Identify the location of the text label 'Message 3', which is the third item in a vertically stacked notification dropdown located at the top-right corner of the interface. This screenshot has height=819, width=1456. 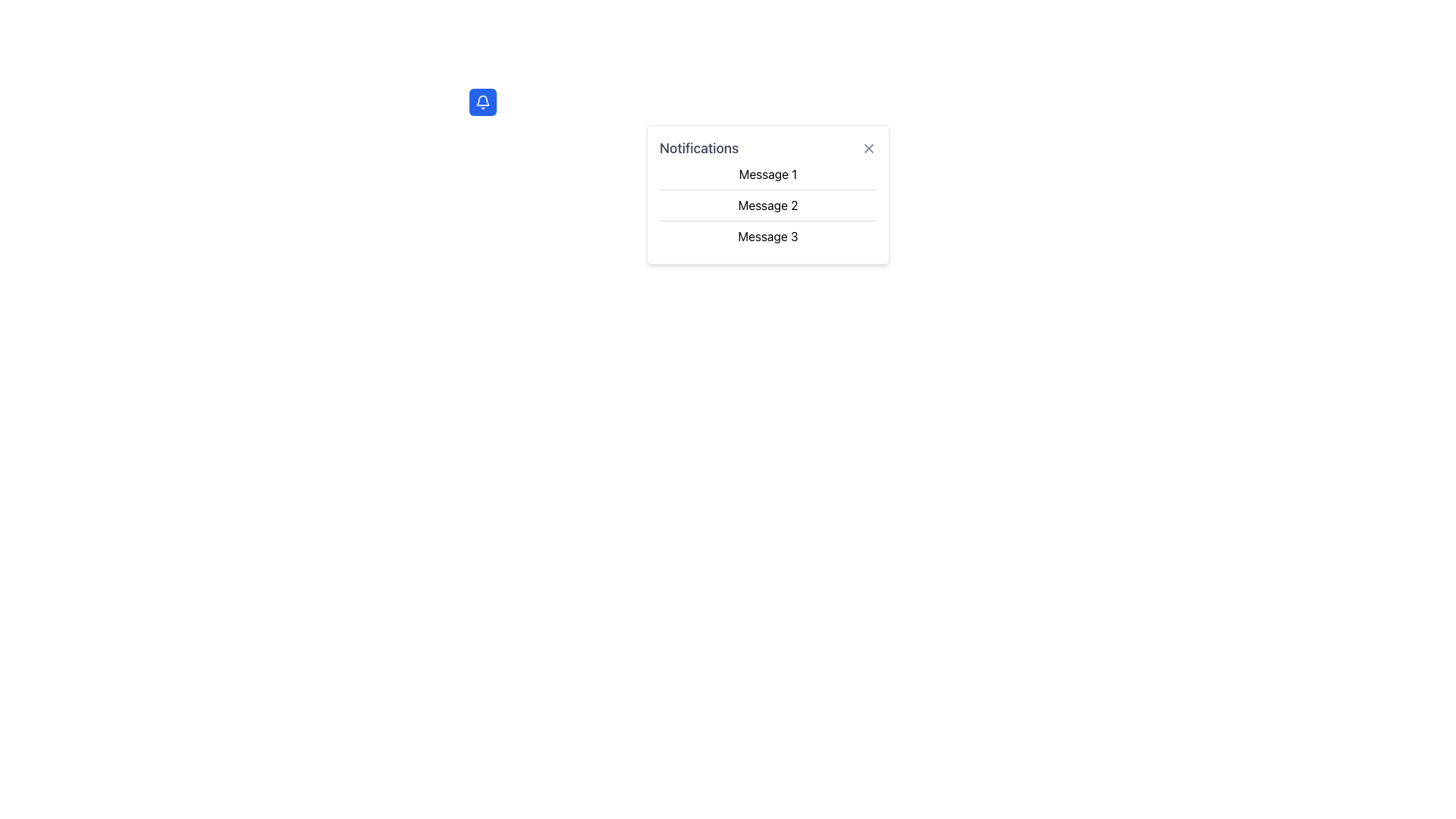
(767, 237).